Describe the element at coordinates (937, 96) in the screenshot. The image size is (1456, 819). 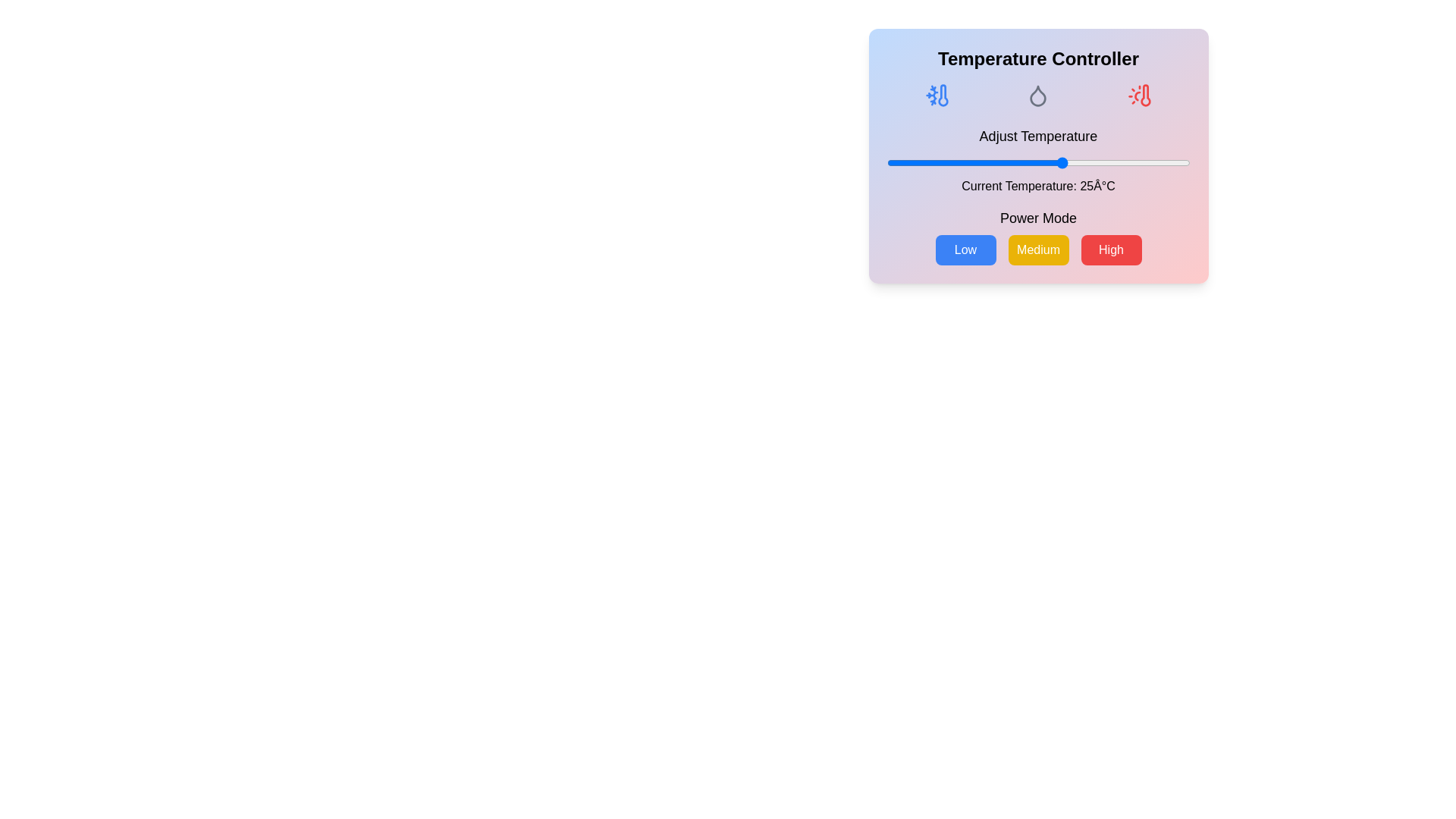
I see `the ThermometerSnowflake to interact with it and receive visual feedback` at that location.